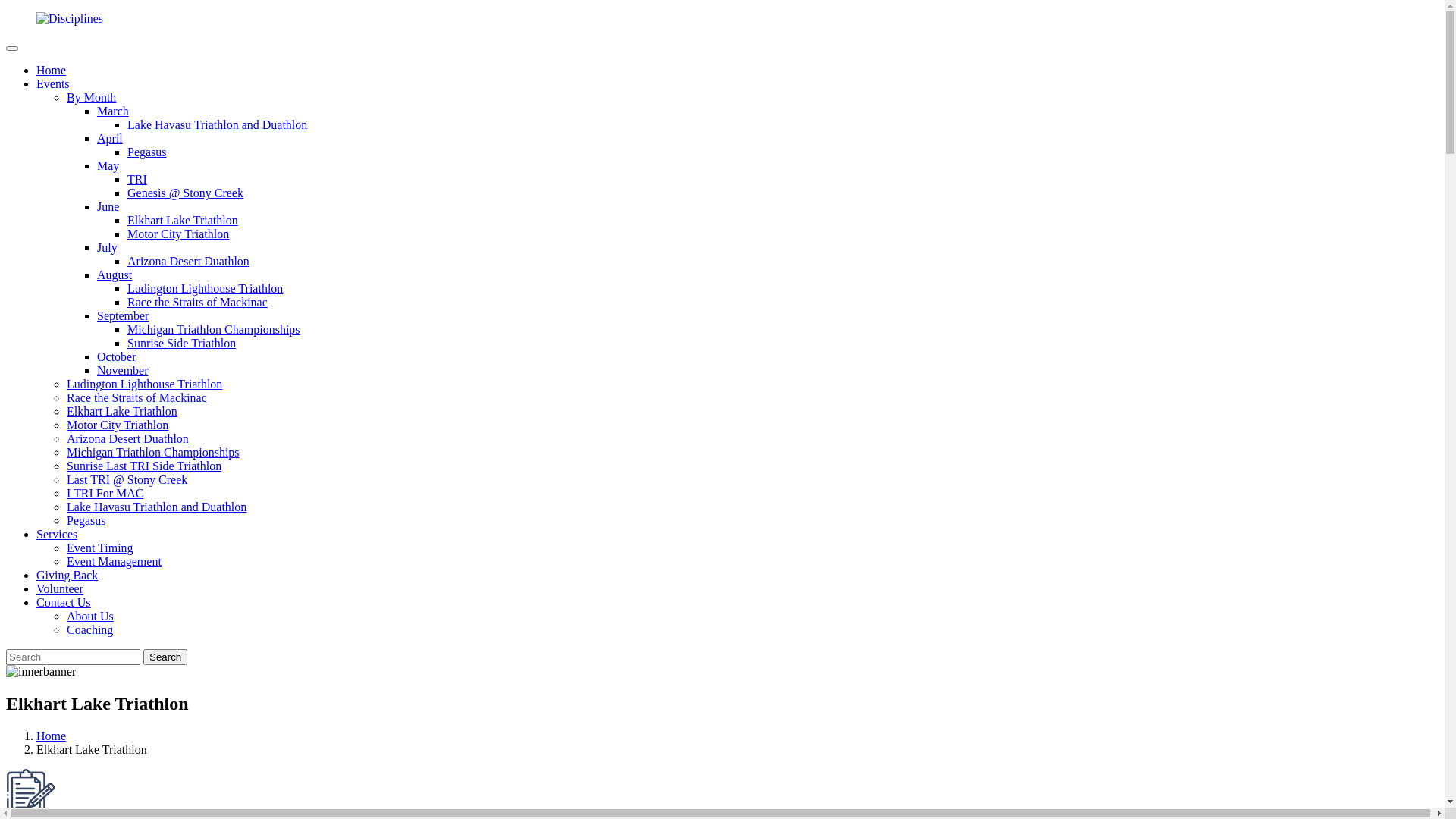 This screenshot has height=819, width=1456. Describe the element at coordinates (152, 451) in the screenshot. I see `'Michigan Triathlon Championships'` at that location.